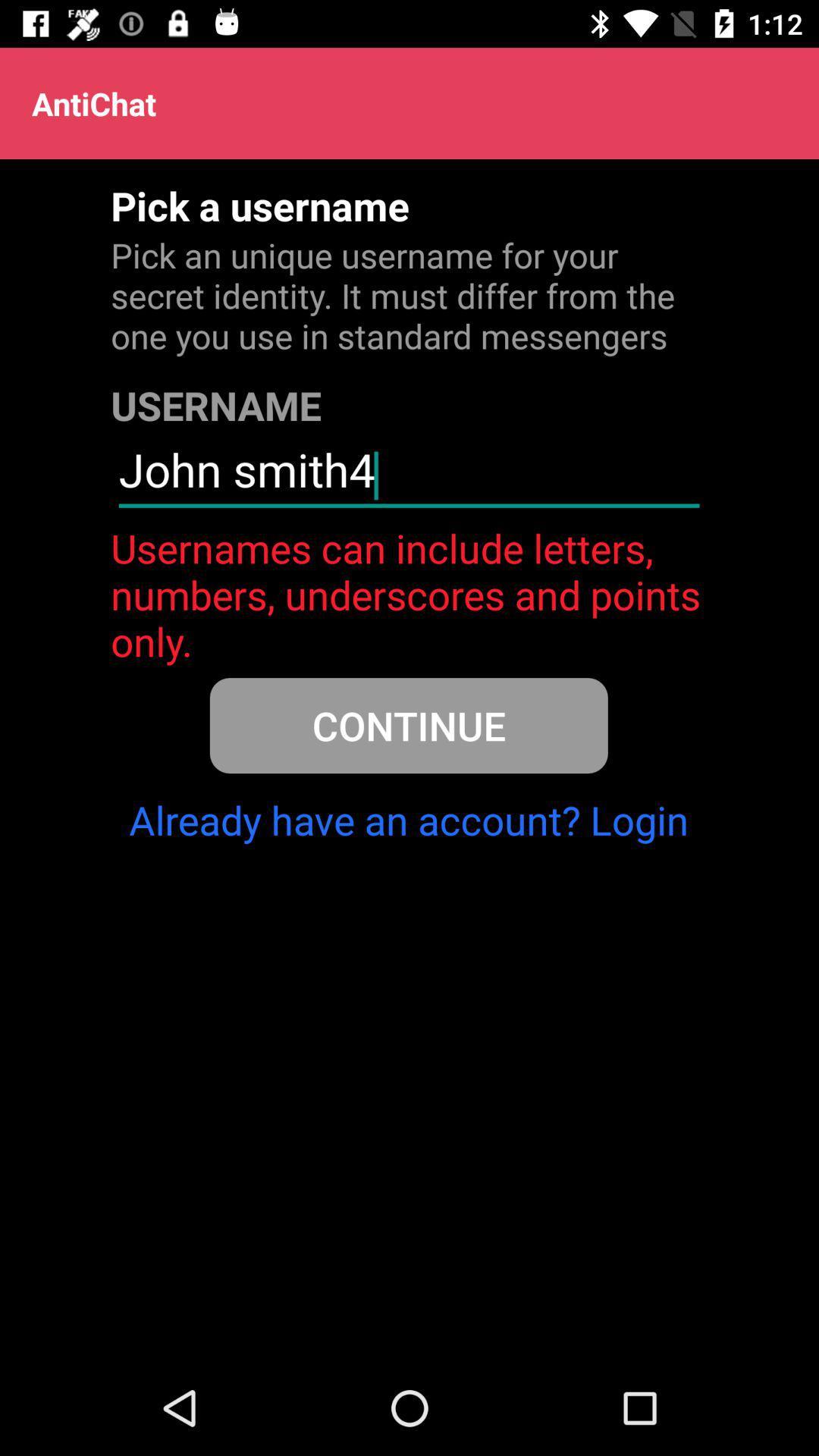  I want to click on the already have an, so click(408, 819).